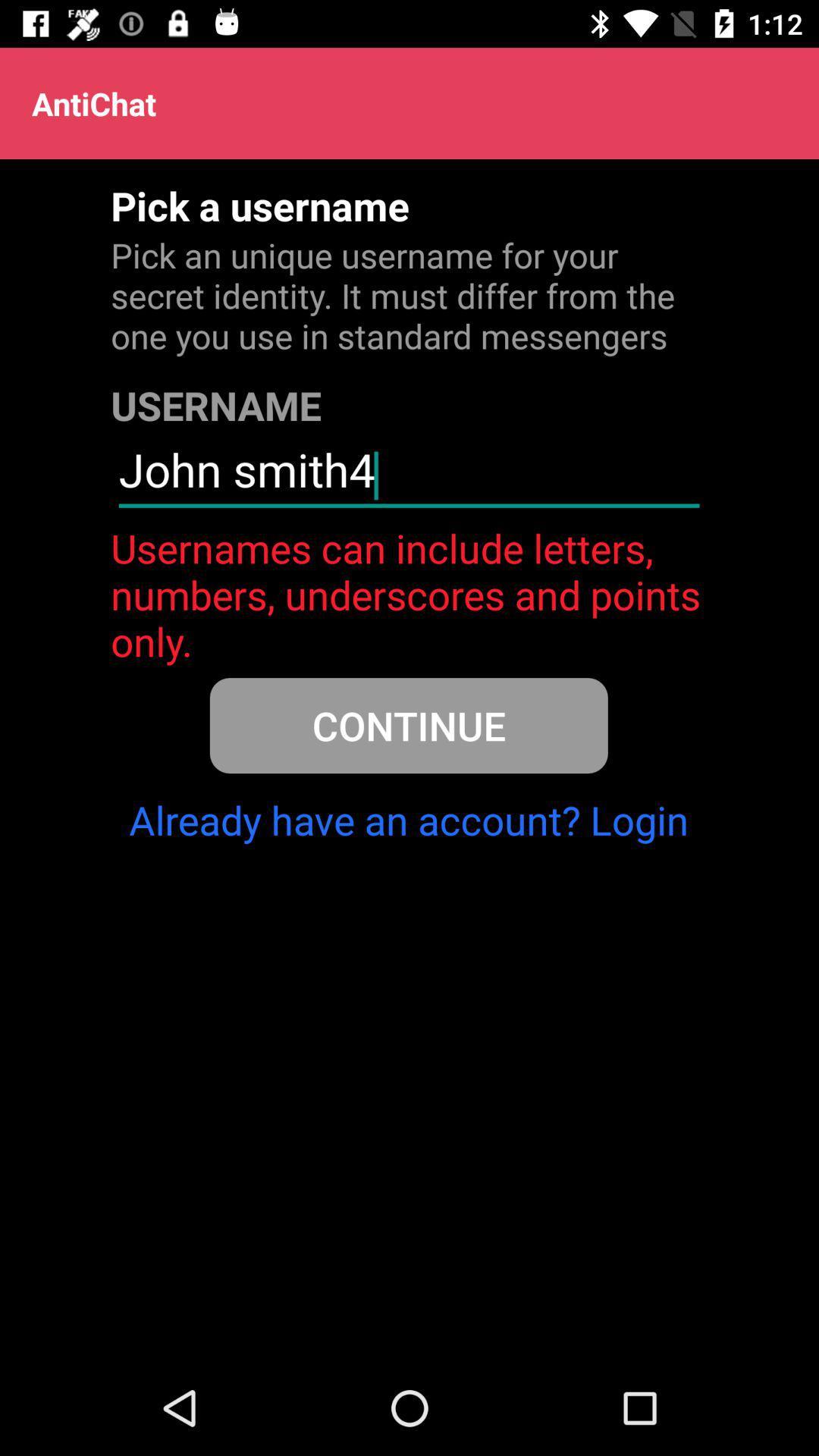  I want to click on the already have an, so click(408, 819).